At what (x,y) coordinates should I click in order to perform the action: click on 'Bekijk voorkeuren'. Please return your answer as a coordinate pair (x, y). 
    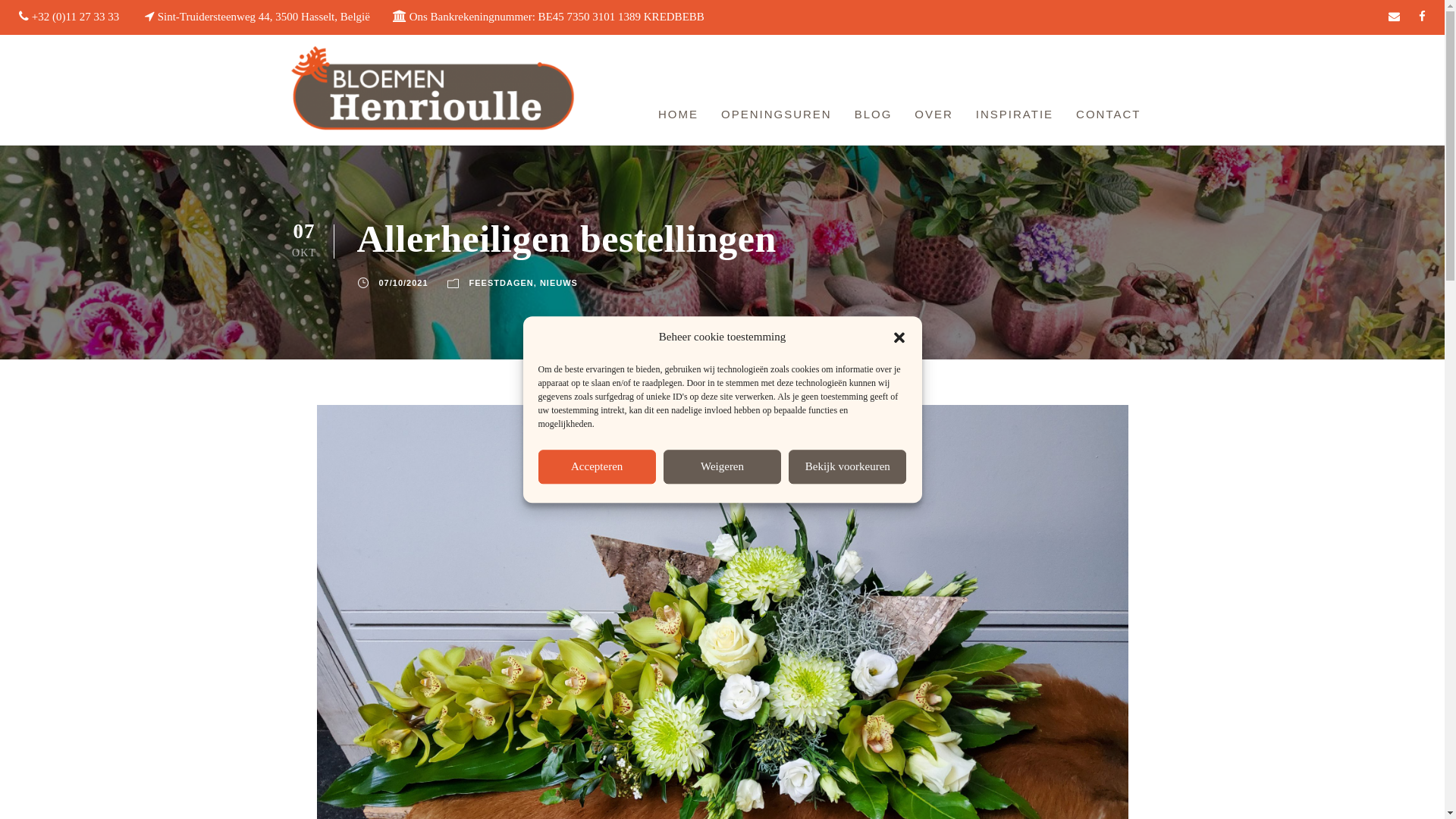
    Looking at the image, I should click on (789, 466).